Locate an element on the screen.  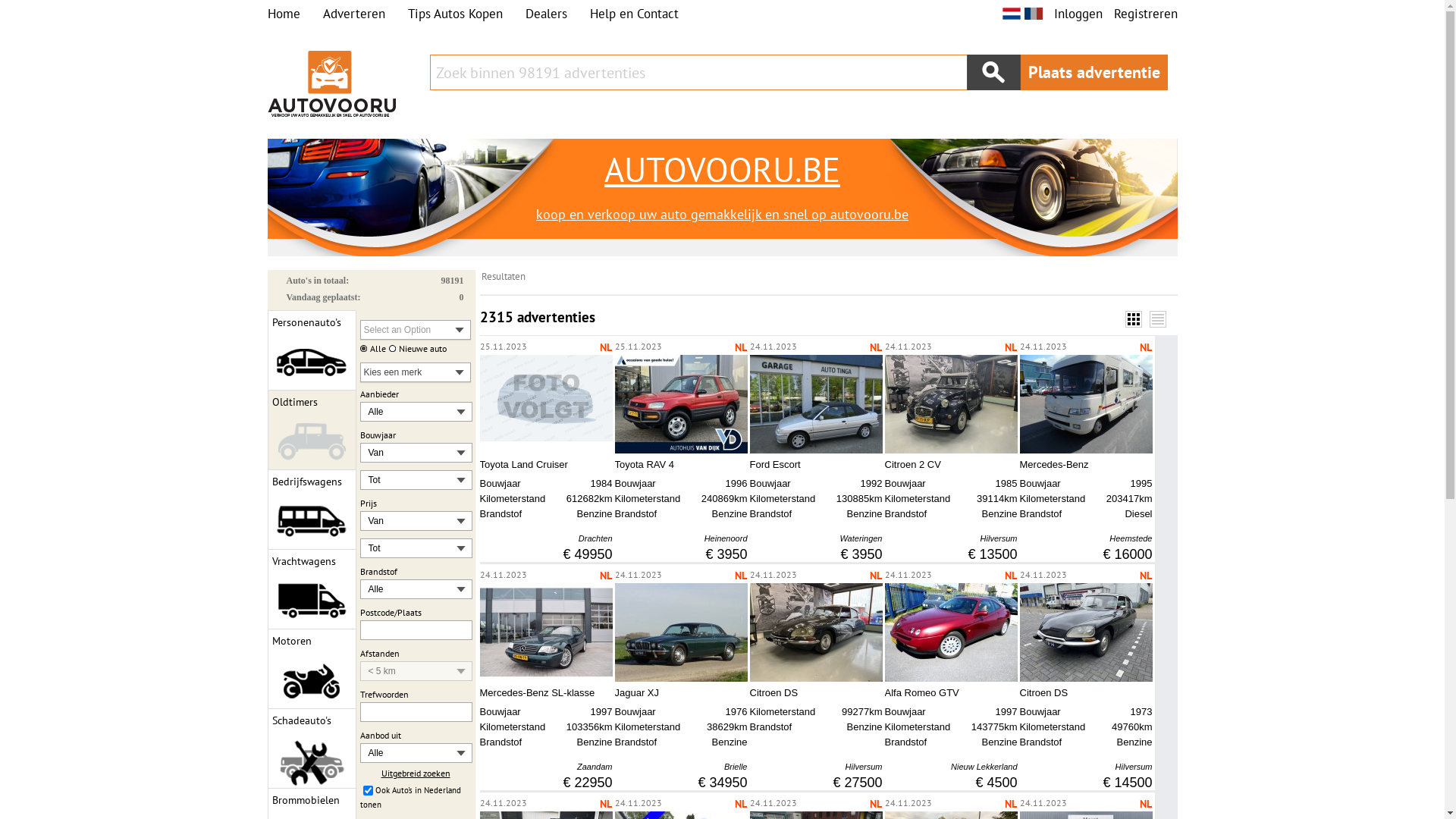
'Vrachtwagens' is located at coordinates (310, 588).